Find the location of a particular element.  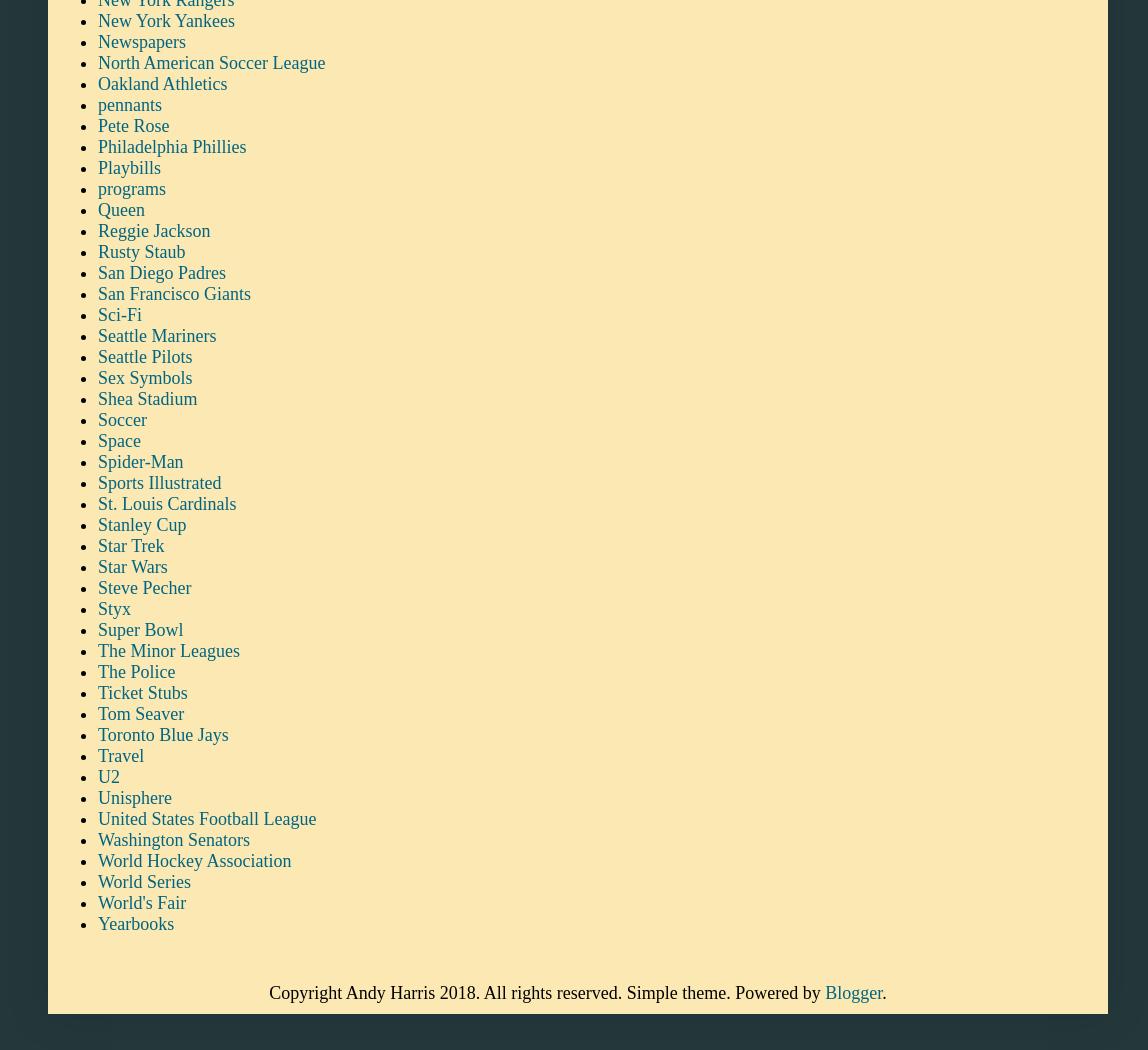

'Stanley Cup' is located at coordinates (142, 522).